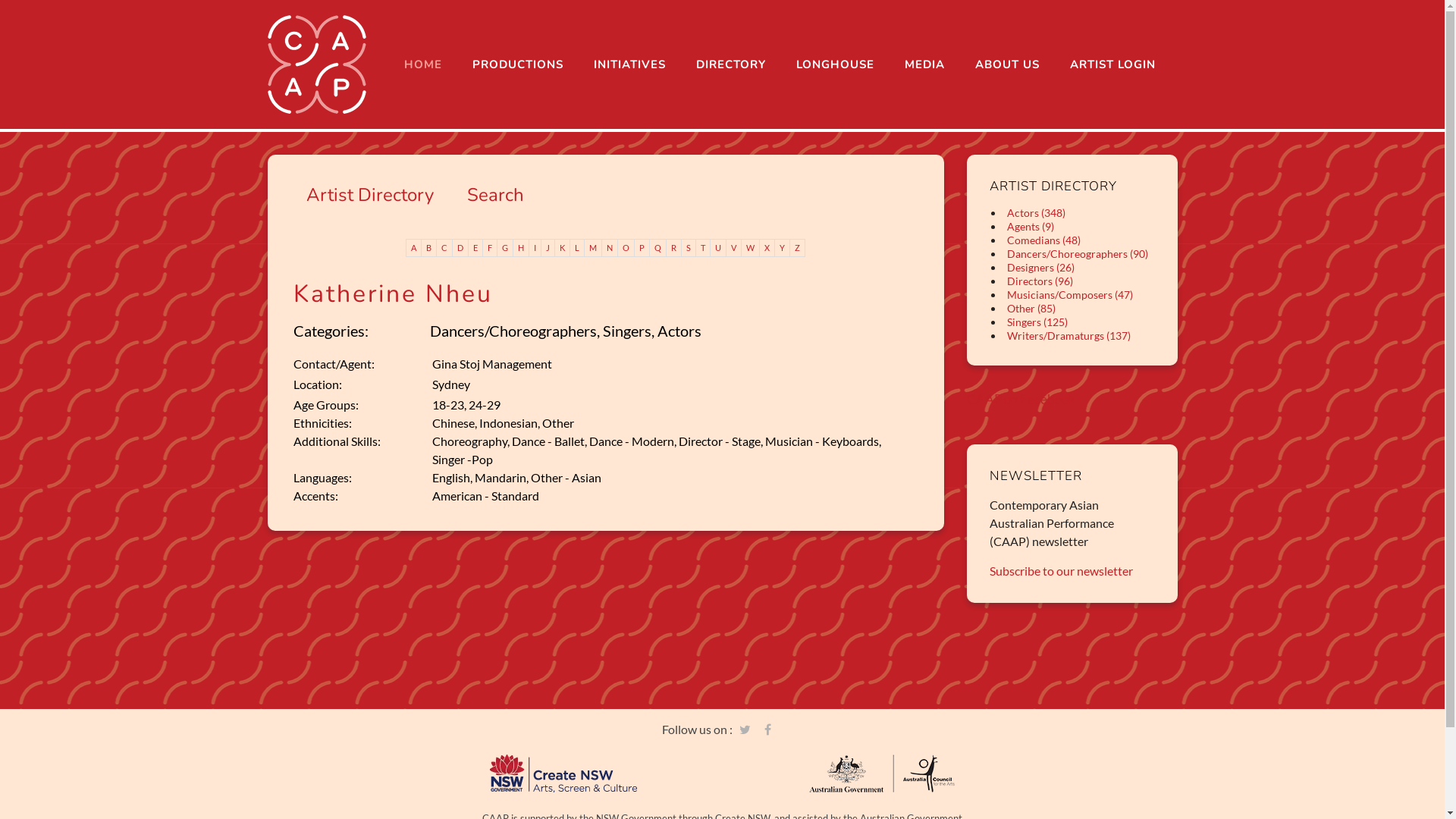 This screenshot has height=819, width=1456. I want to click on 'S', so click(688, 247).